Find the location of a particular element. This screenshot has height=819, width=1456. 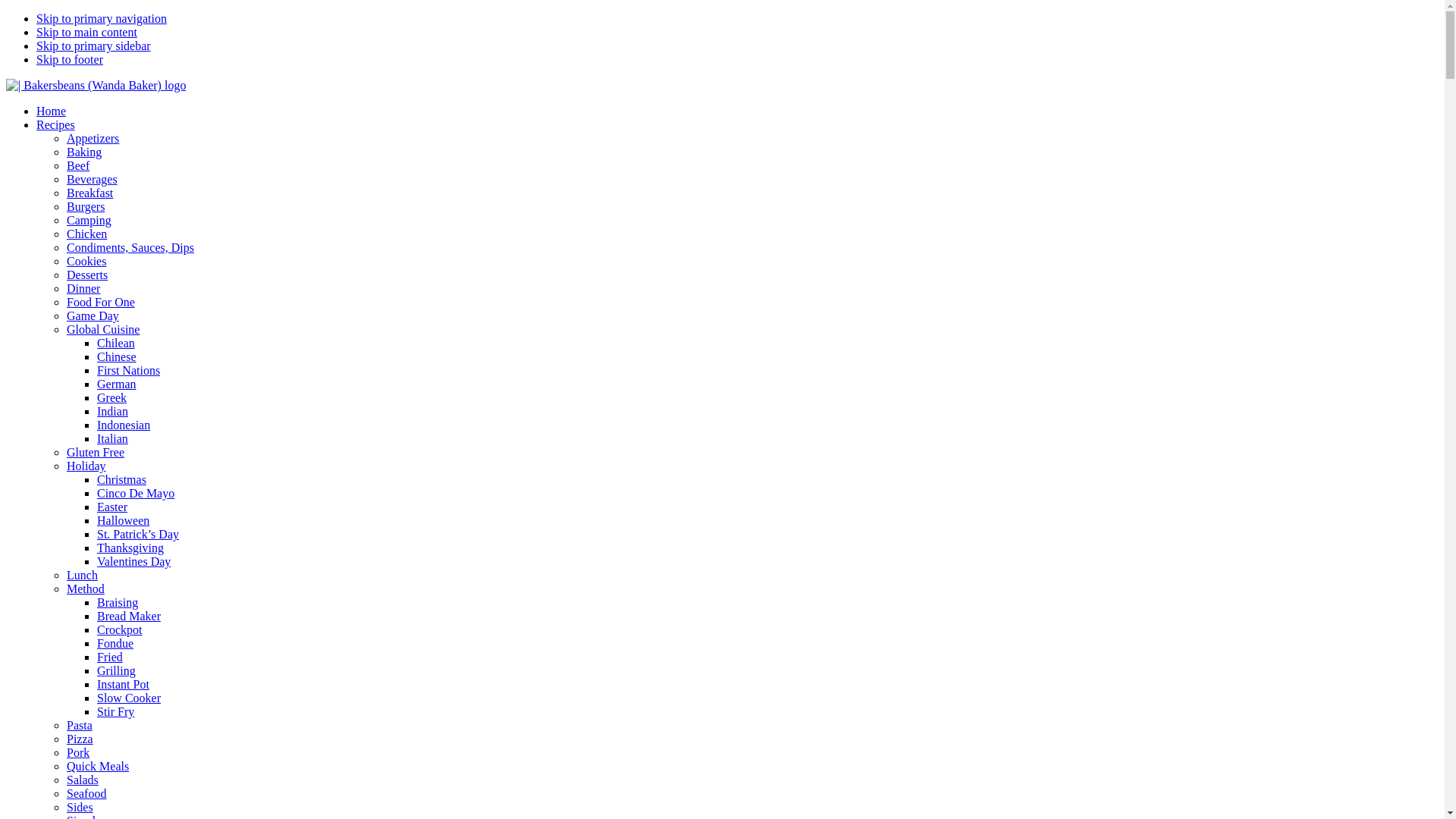

'Instant Pot' is located at coordinates (123, 684).